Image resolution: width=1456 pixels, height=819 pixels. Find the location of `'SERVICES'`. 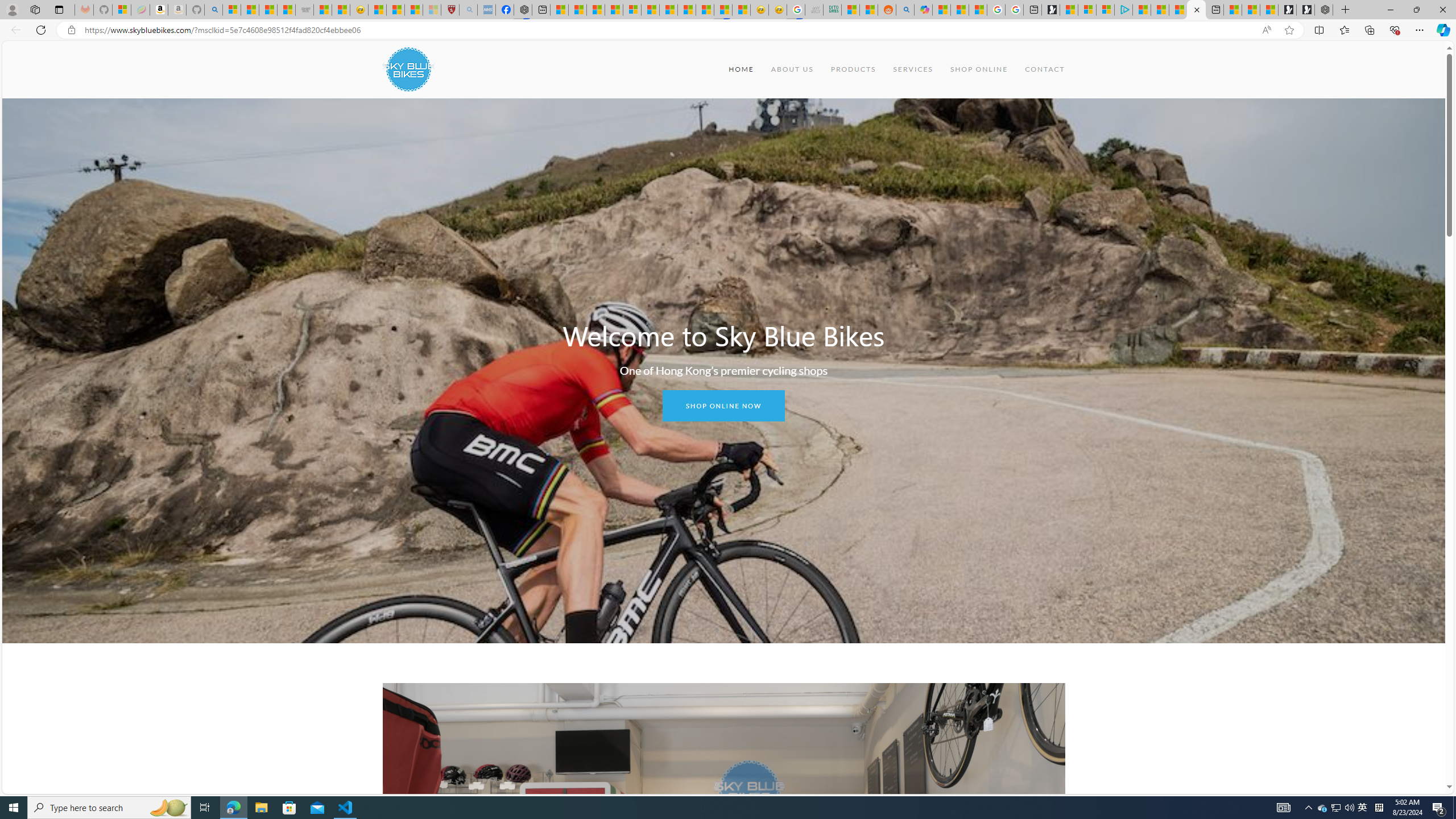

'SERVICES' is located at coordinates (913, 68).